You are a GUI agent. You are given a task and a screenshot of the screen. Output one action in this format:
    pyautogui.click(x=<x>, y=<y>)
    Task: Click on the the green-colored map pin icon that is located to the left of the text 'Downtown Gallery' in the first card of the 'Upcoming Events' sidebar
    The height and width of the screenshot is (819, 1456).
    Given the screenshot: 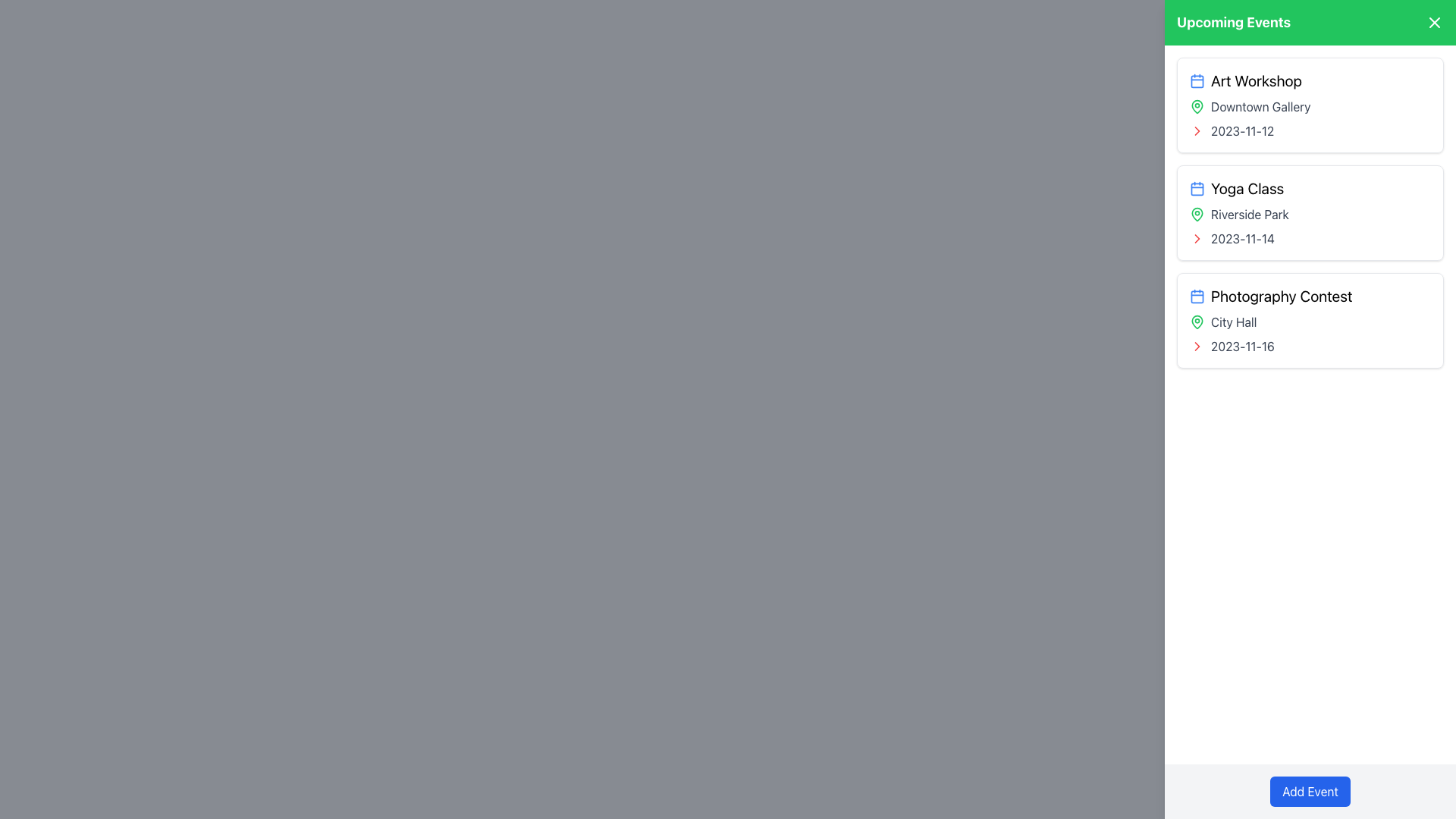 What is the action you would take?
    pyautogui.click(x=1197, y=106)
    